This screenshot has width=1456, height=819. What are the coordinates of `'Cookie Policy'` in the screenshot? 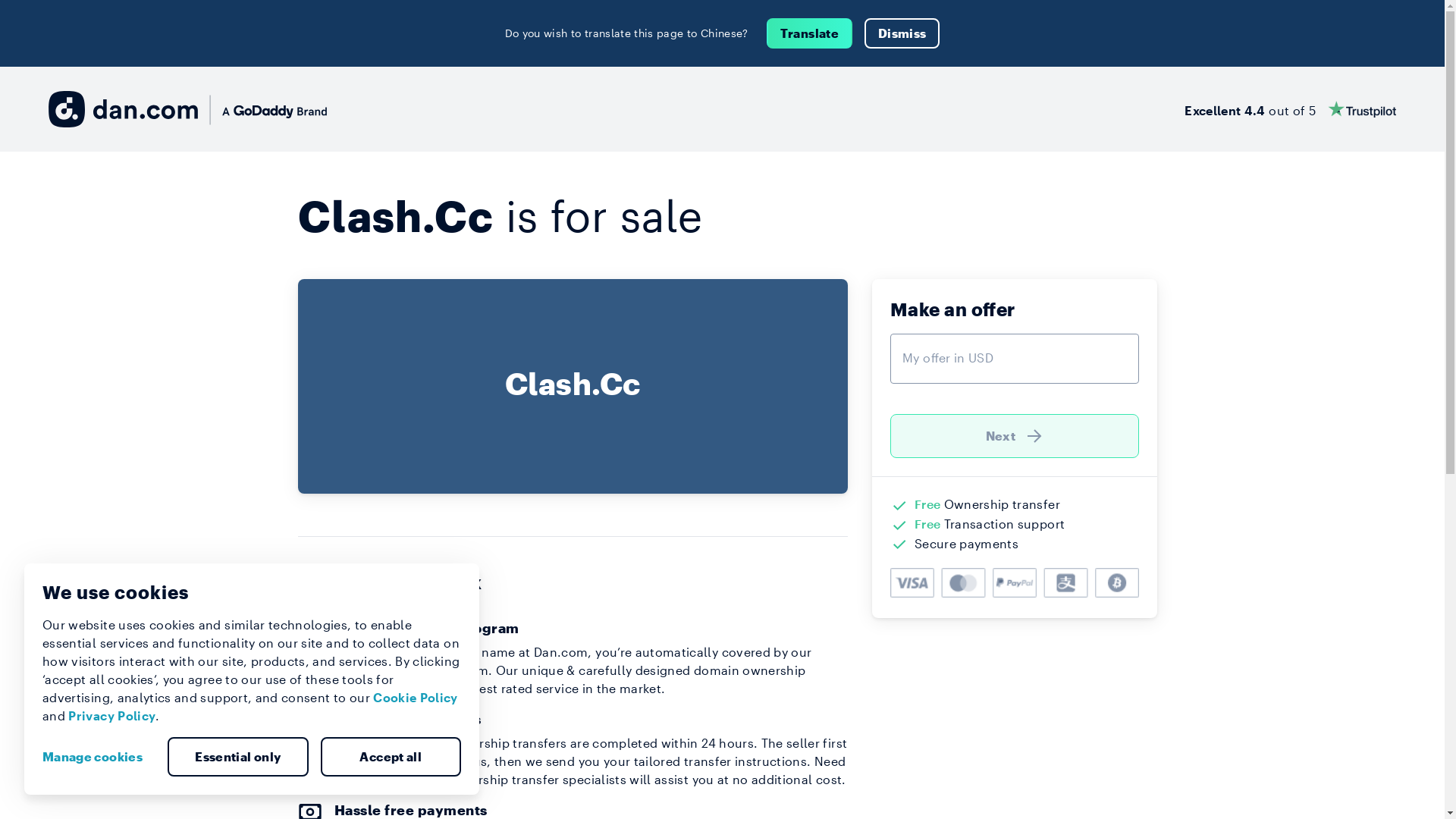 It's located at (415, 697).